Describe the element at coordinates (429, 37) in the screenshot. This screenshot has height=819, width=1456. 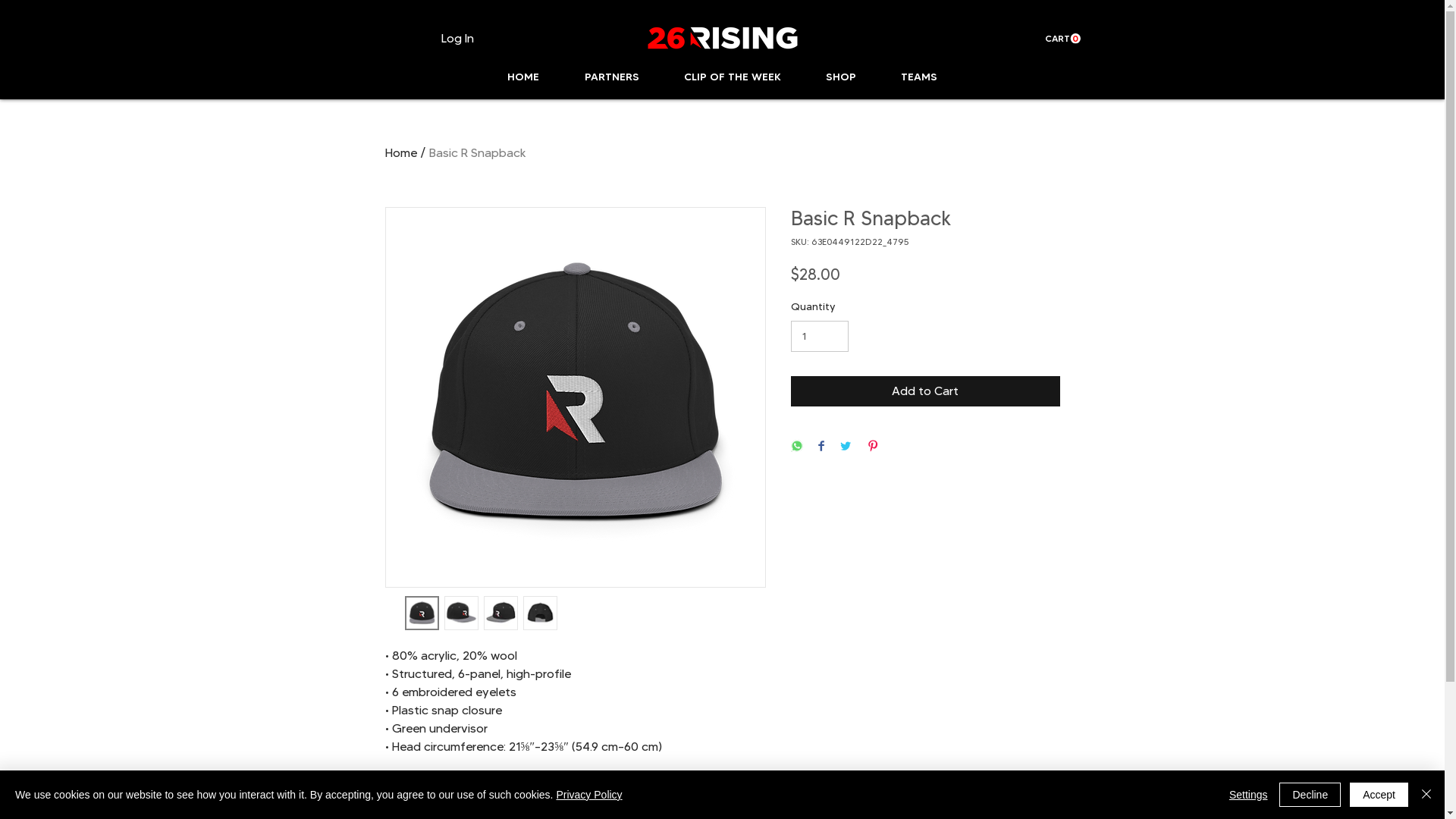
I see `'Log In'` at that location.